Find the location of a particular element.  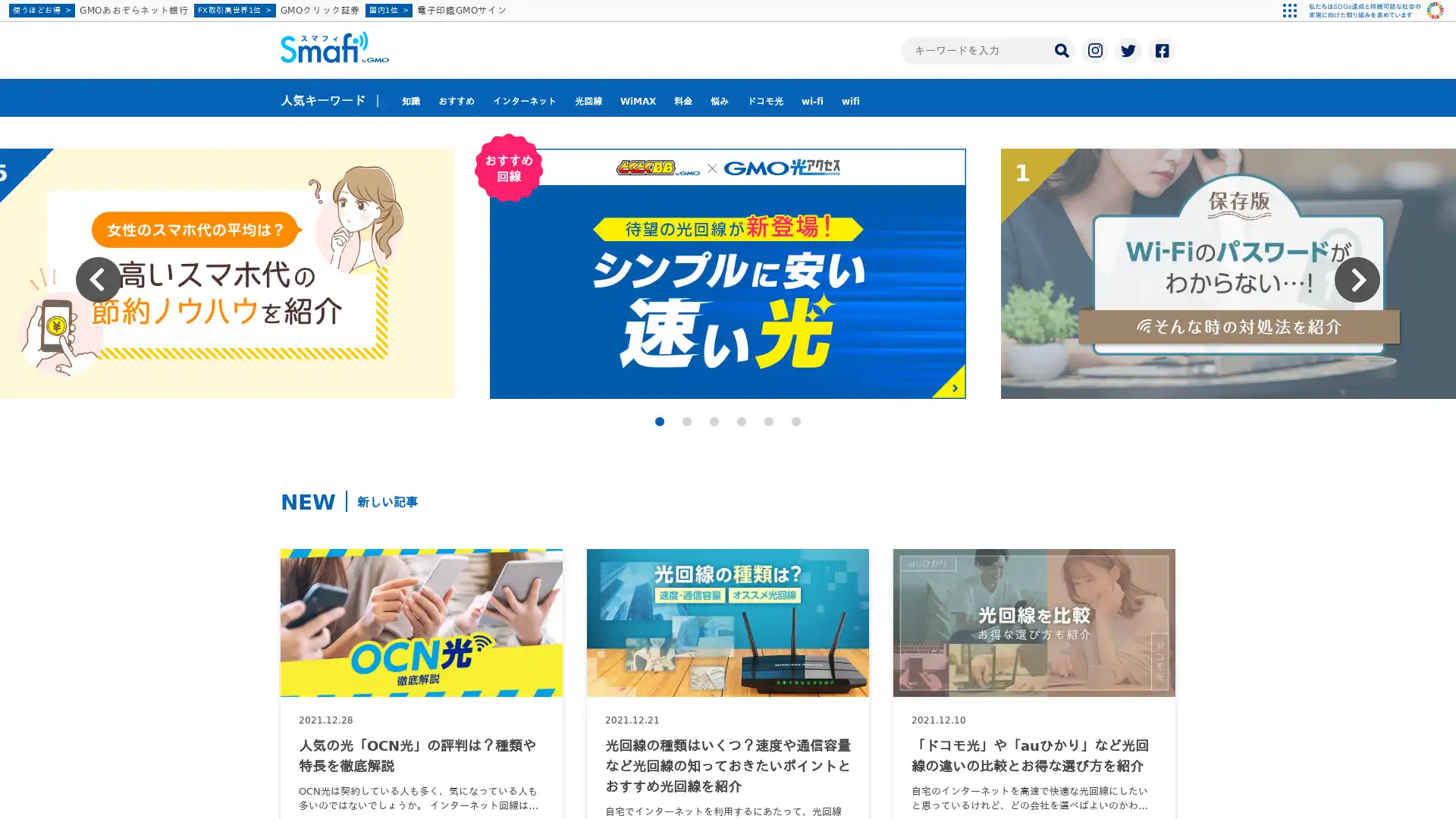

Next is located at coordinates (1357, 280).